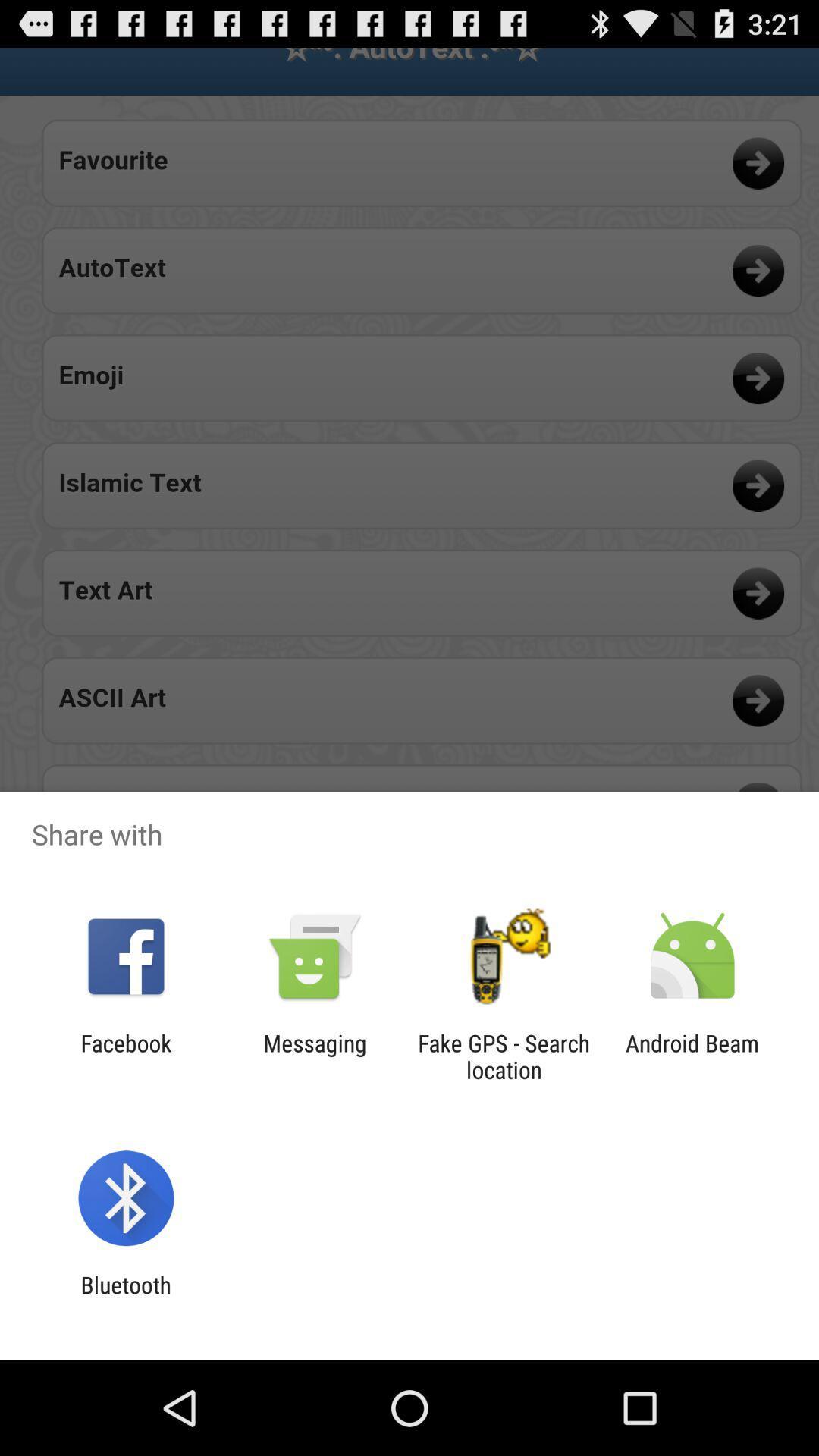 This screenshot has height=1456, width=819. Describe the element at coordinates (314, 1056) in the screenshot. I see `app next to the facebook app` at that location.